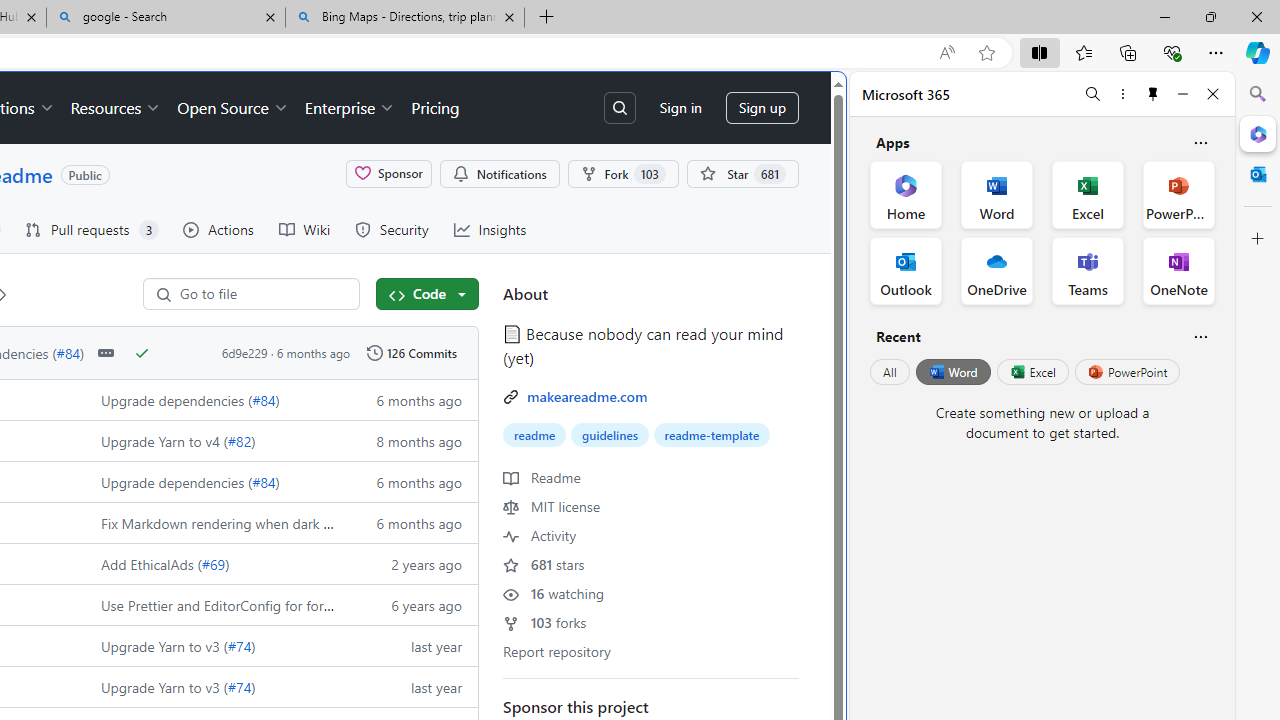 This screenshot has width=1280, height=720. Describe the element at coordinates (741, 172) in the screenshot. I see `' Star 681'` at that location.